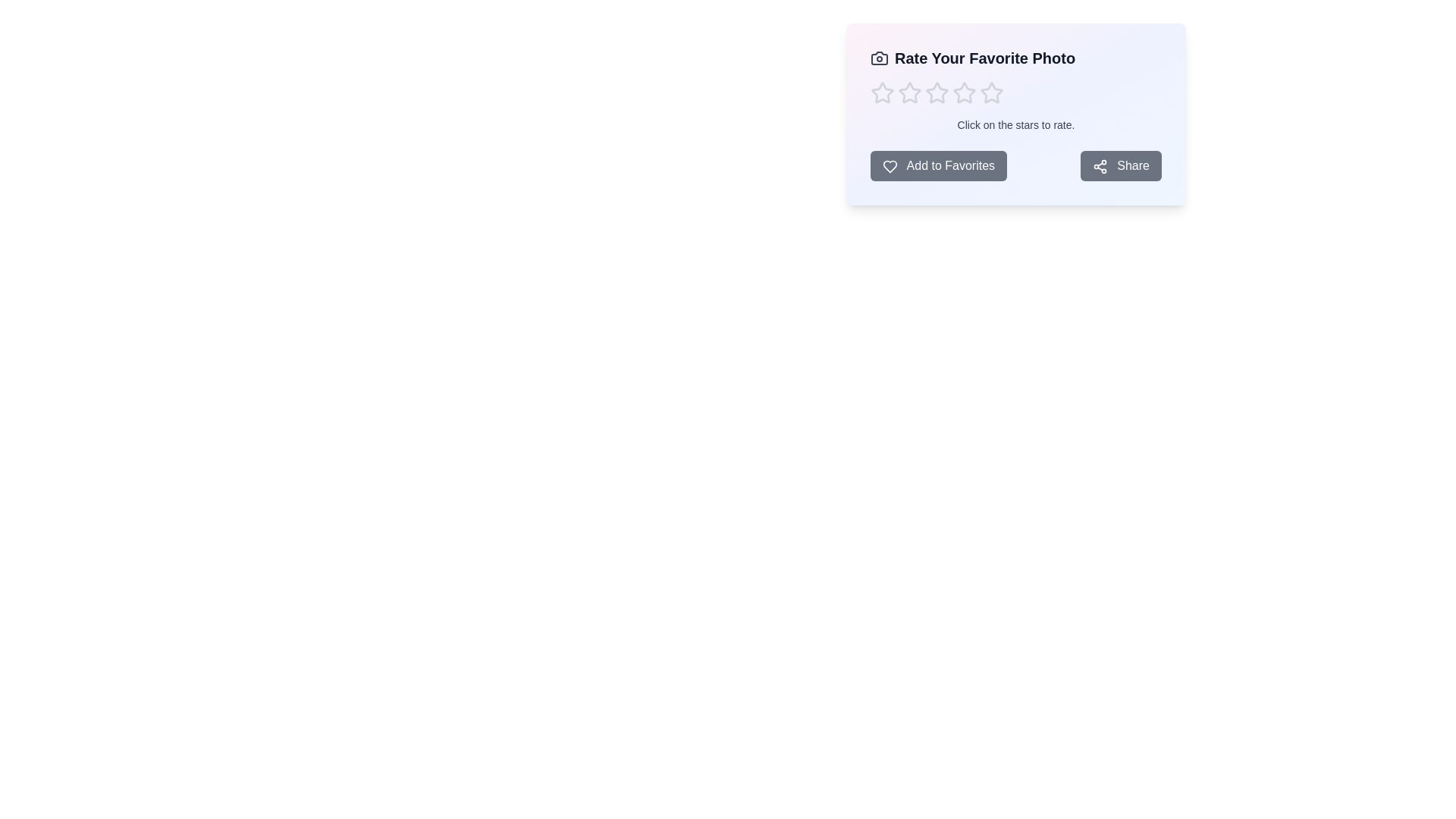  Describe the element at coordinates (992, 93) in the screenshot. I see `the fifth star icon to rate the item in the 'Rate Your Favorite Photo' section` at that location.